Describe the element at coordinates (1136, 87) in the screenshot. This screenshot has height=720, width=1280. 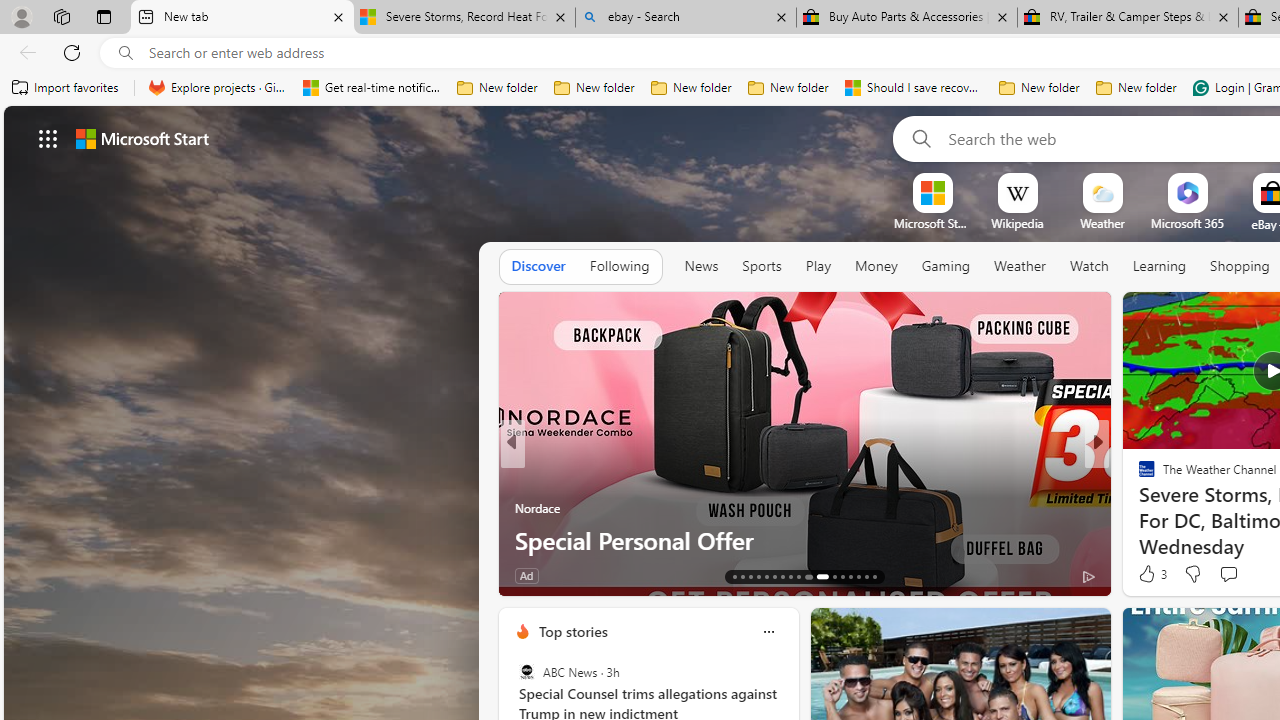
I see `'New folder'` at that location.